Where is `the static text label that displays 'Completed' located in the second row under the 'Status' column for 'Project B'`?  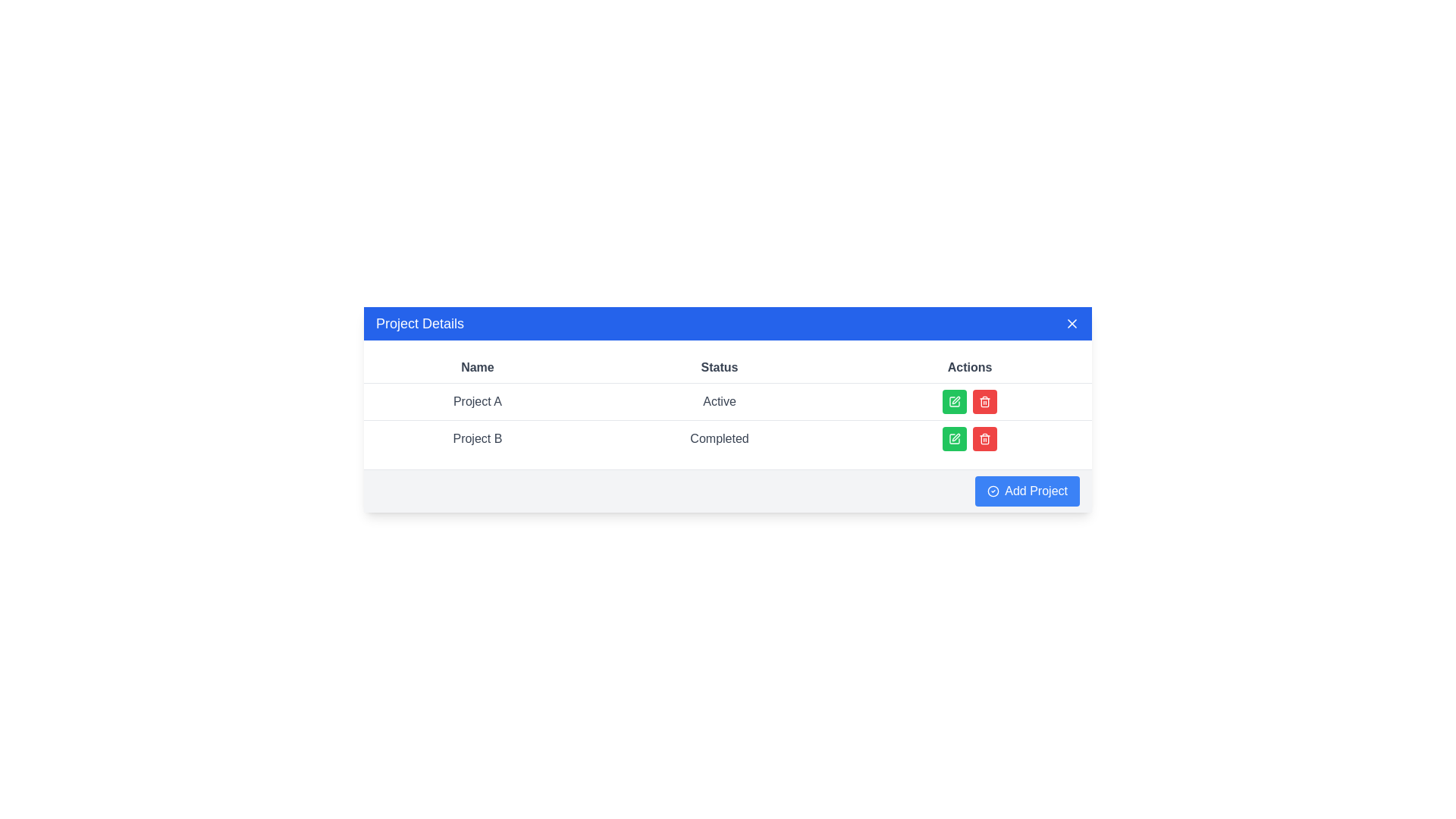
the static text label that displays 'Completed' located in the second row under the 'Status' column for 'Project B' is located at coordinates (719, 438).